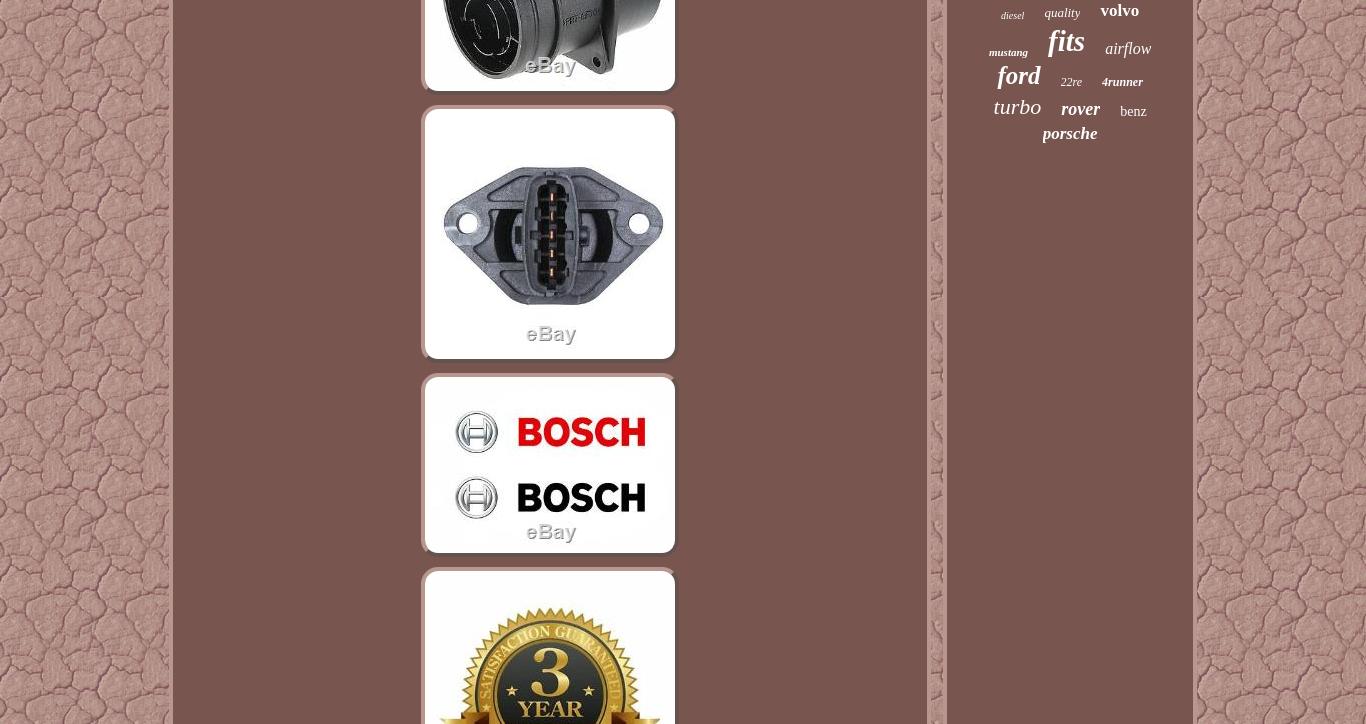 The image size is (1366, 724). What do you see at coordinates (1061, 12) in the screenshot?
I see `'quality'` at bounding box center [1061, 12].